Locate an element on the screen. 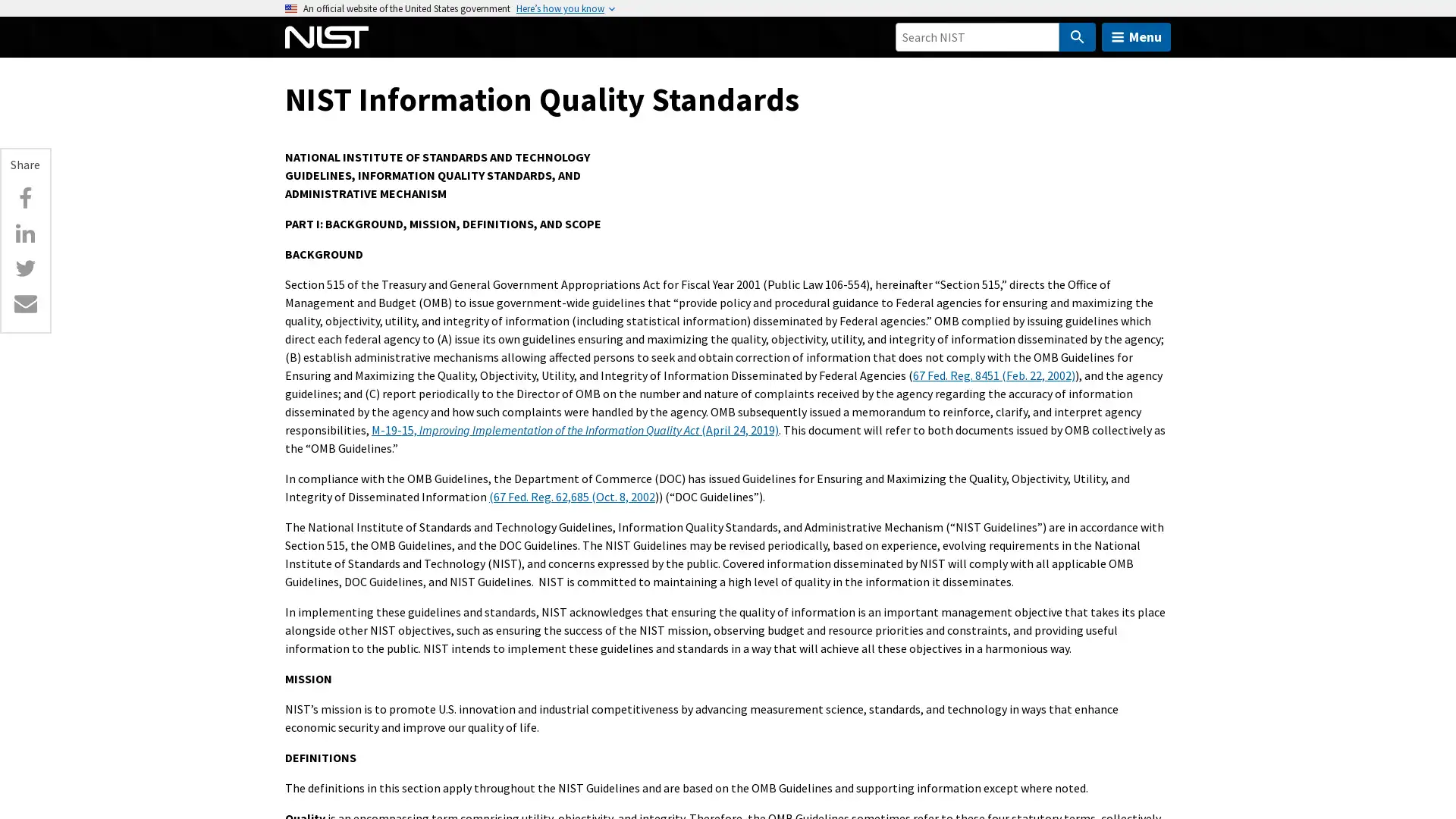 This screenshot has height=819, width=1456. Search is located at coordinates (1076, 36).